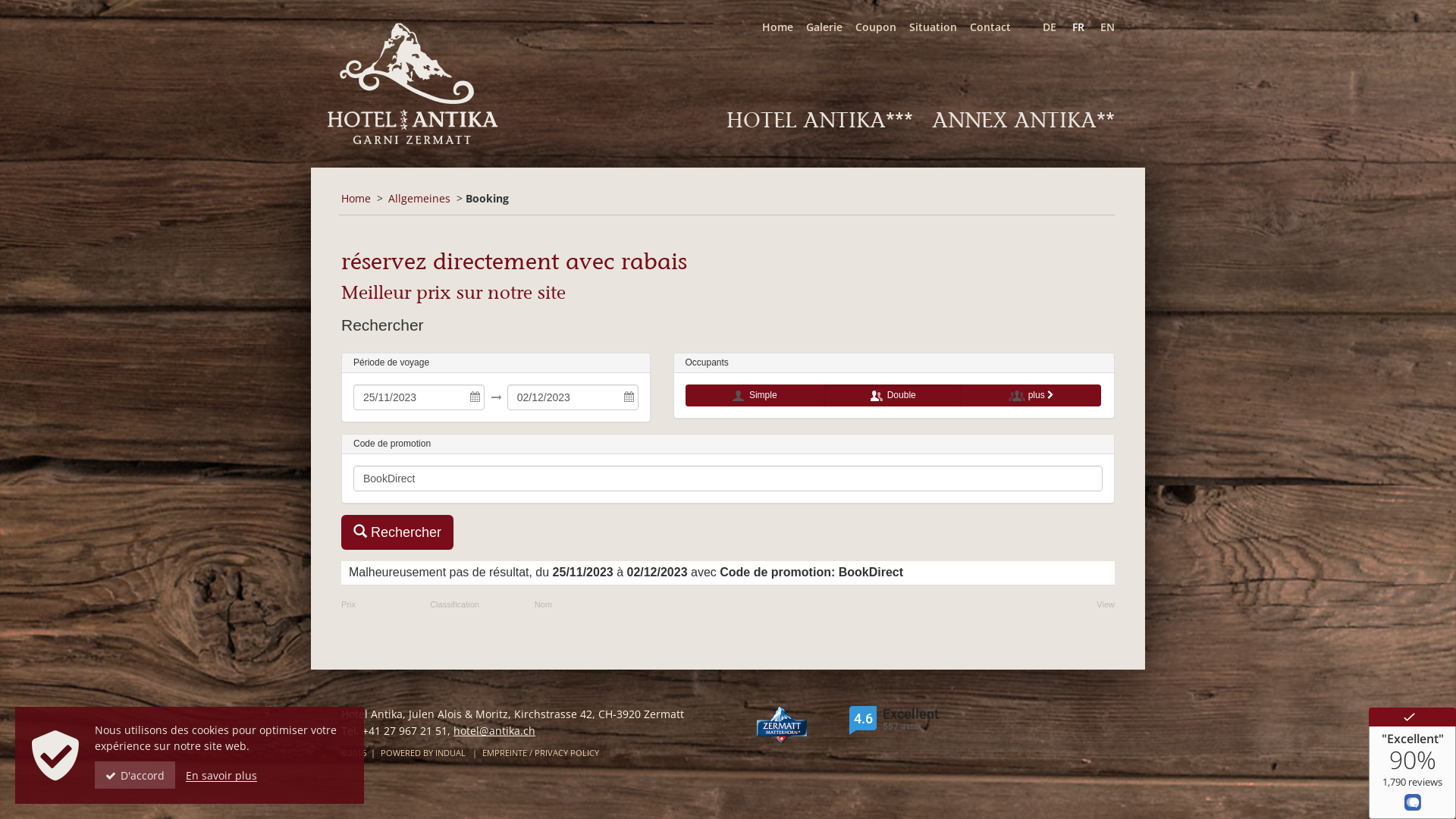 The width and height of the screenshot is (1456, 819). What do you see at coordinates (93, 775) in the screenshot?
I see `'D'accord'` at bounding box center [93, 775].